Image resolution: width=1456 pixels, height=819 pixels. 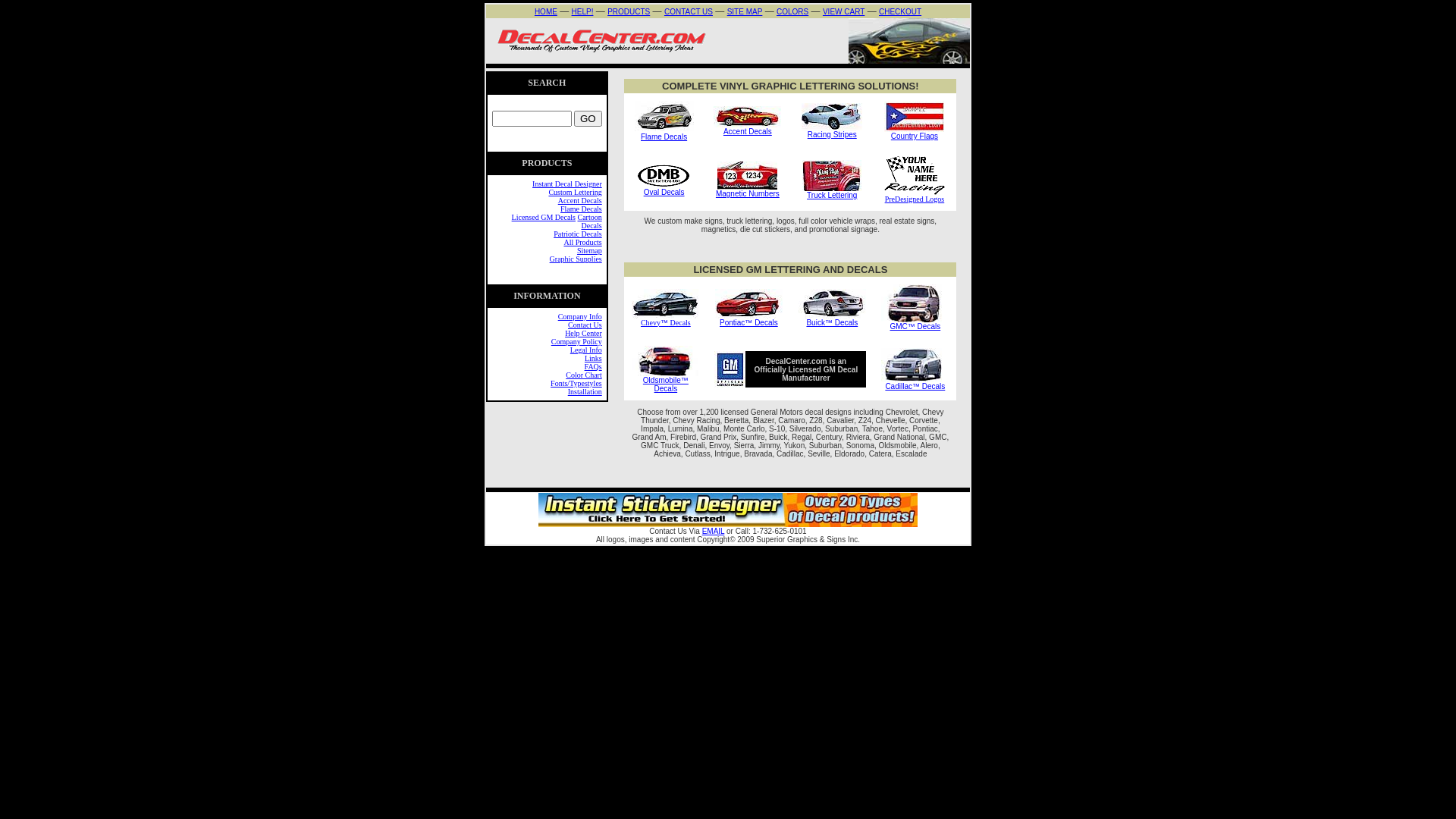 What do you see at coordinates (792, 11) in the screenshot?
I see `'COLORS'` at bounding box center [792, 11].